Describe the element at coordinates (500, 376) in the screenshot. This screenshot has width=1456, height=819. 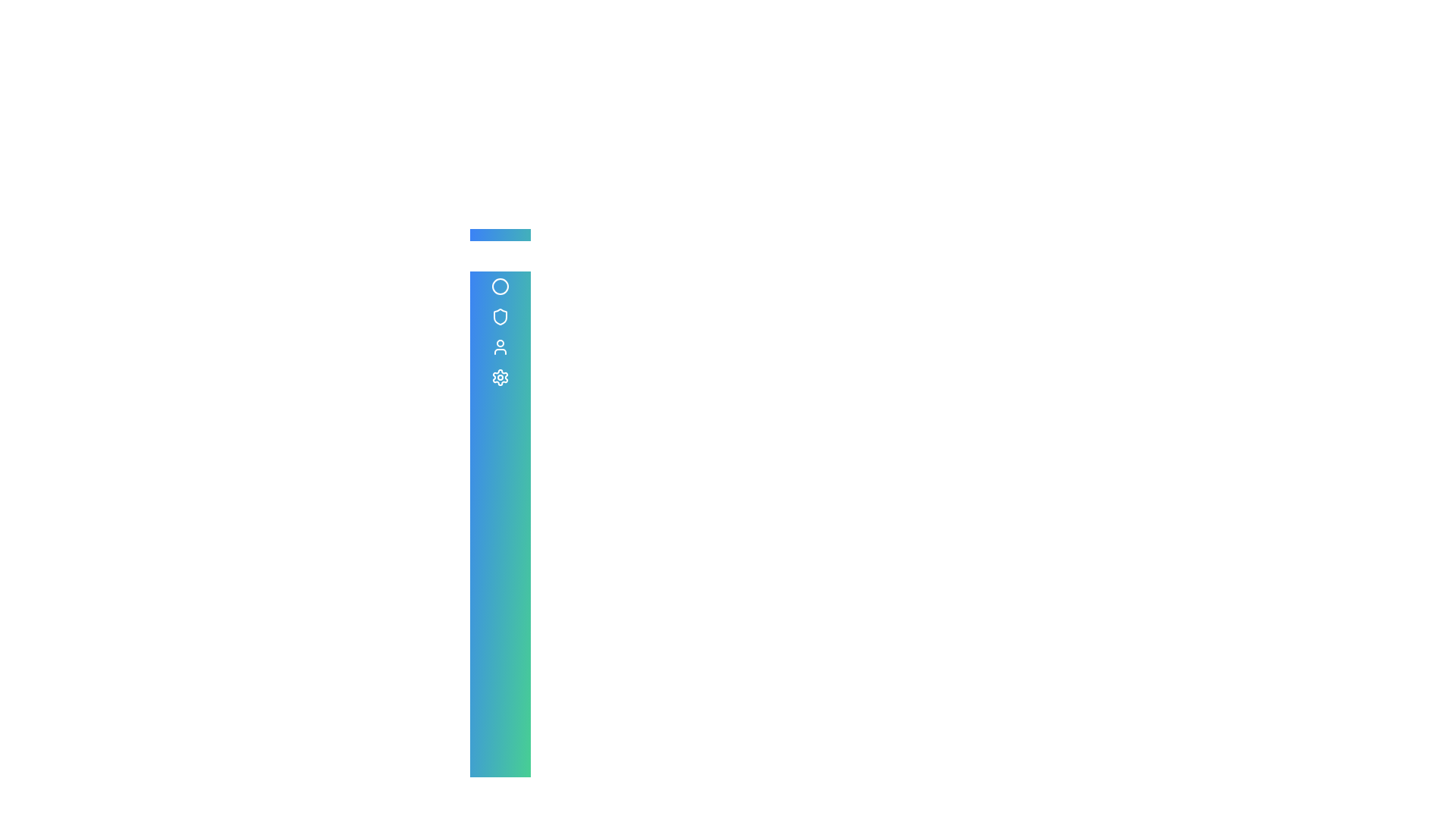
I see `the gear icon in the vertical side menu` at that location.